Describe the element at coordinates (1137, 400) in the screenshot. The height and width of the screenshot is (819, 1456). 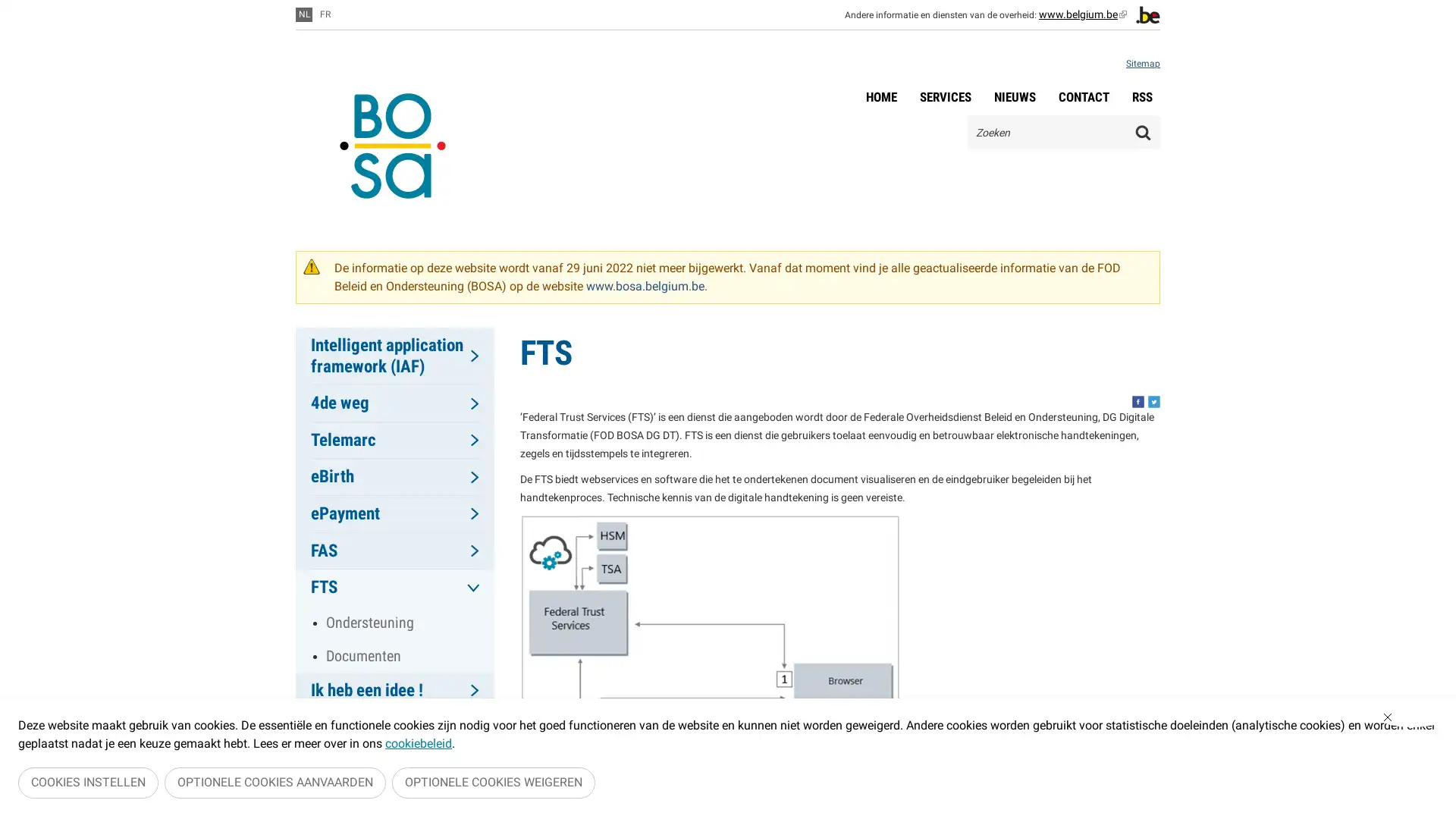
I see `Share this, facebook. This button opens a new window` at that location.